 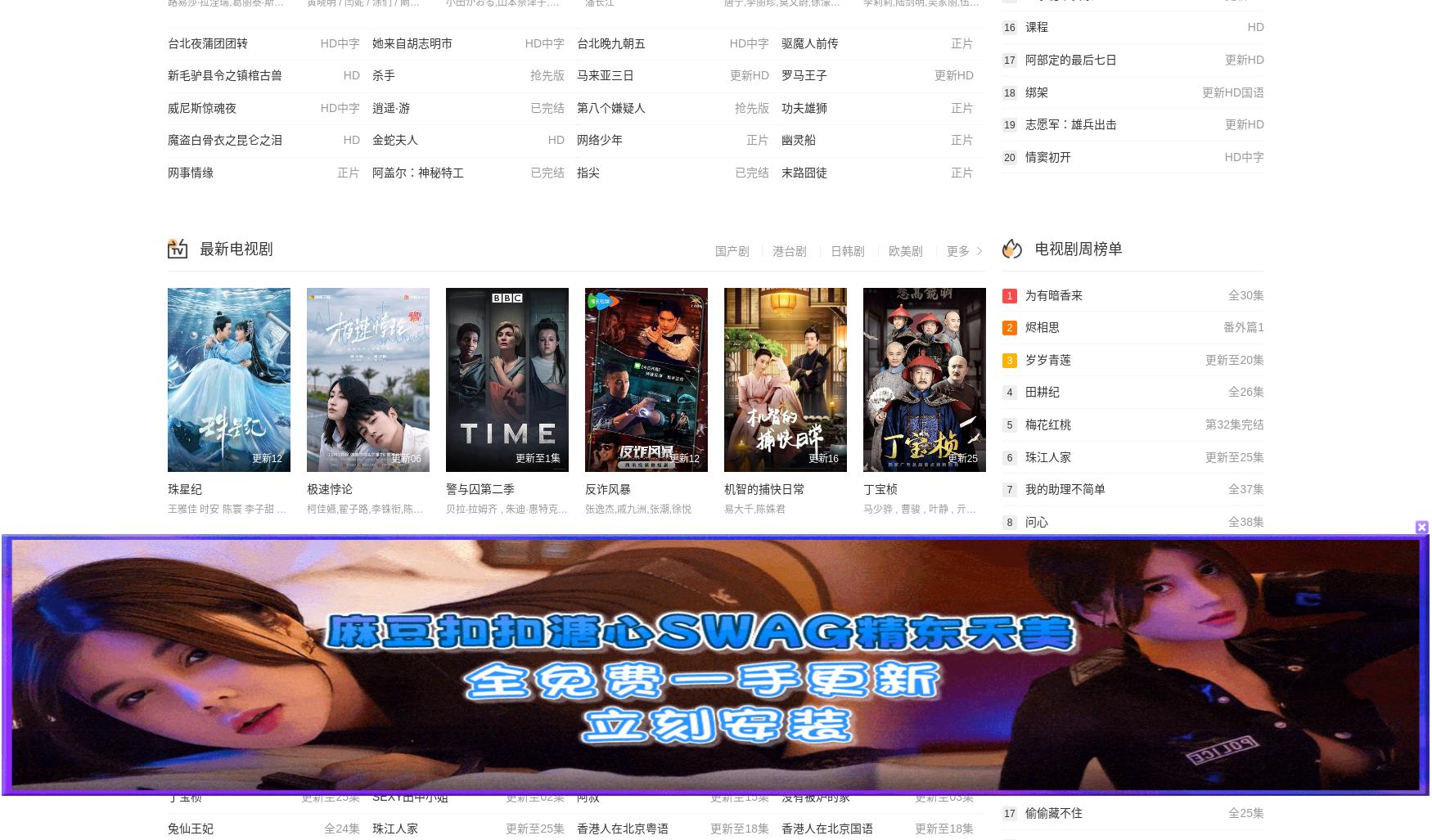 What do you see at coordinates (528, 703) in the screenshot?
I see `'更新01'` at bounding box center [528, 703].